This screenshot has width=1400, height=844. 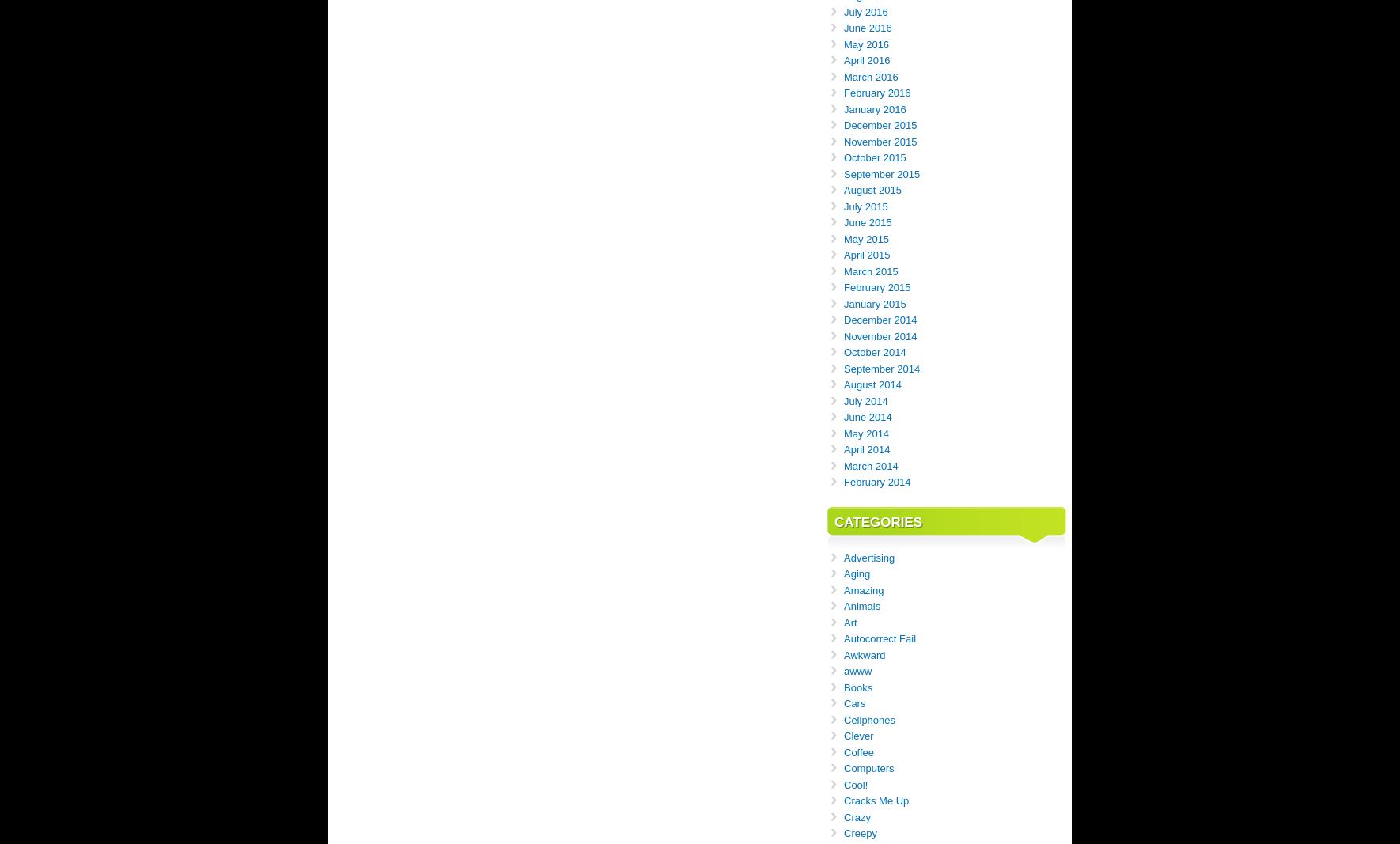 What do you see at coordinates (875, 157) in the screenshot?
I see `'October 2015'` at bounding box center [875, 157].